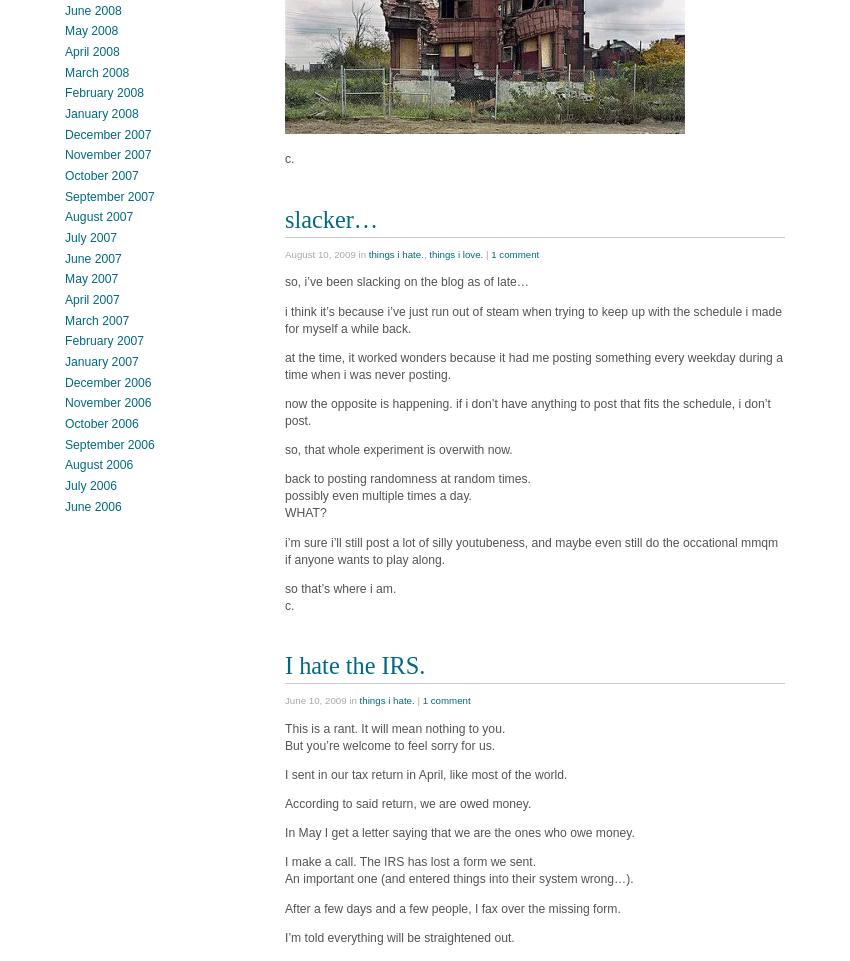 This screenshot has height=961, width=850. Describe the element at coordinates (425, 252) in the screenshot. I see `','` at that location.